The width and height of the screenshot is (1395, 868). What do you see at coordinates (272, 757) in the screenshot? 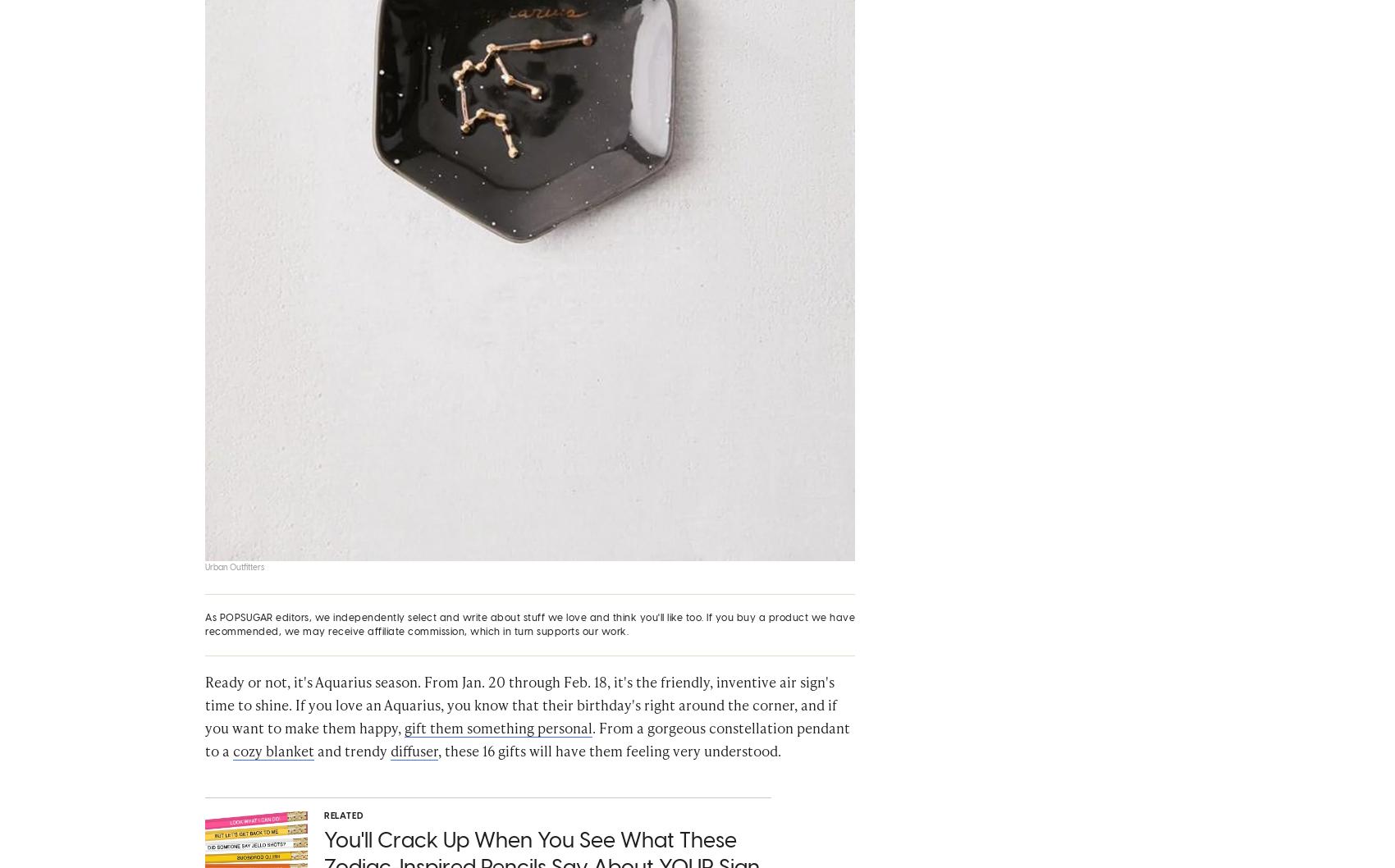
I see `'cozy blanket'` at bounding box center [272, 757].